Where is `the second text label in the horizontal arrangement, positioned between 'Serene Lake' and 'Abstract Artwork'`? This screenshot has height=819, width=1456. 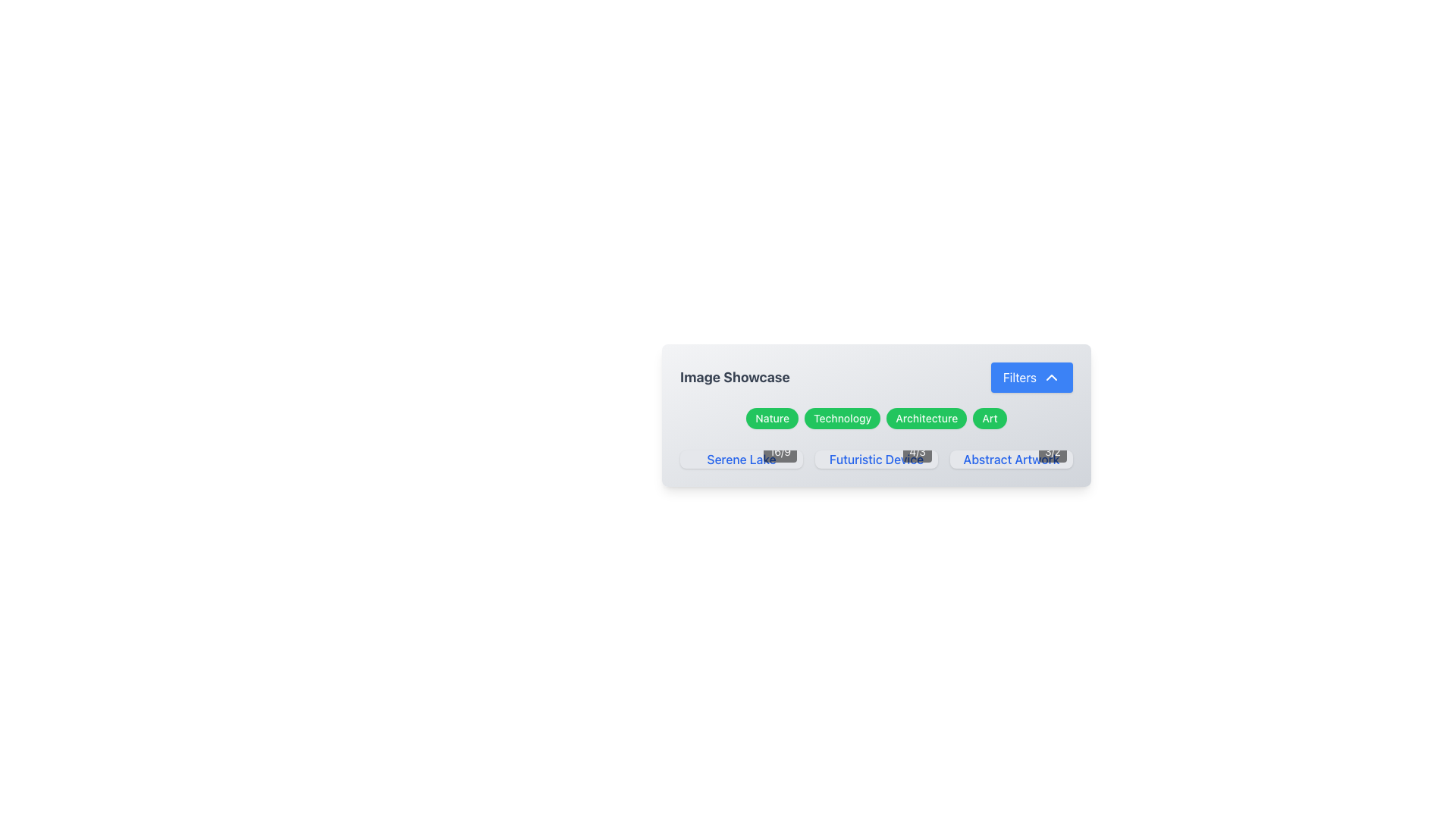
the second text label in the horizontal arrangement, positioned between 'Serene Lake' and 'Abstract Artwork' is located at coordinates (877, 458).